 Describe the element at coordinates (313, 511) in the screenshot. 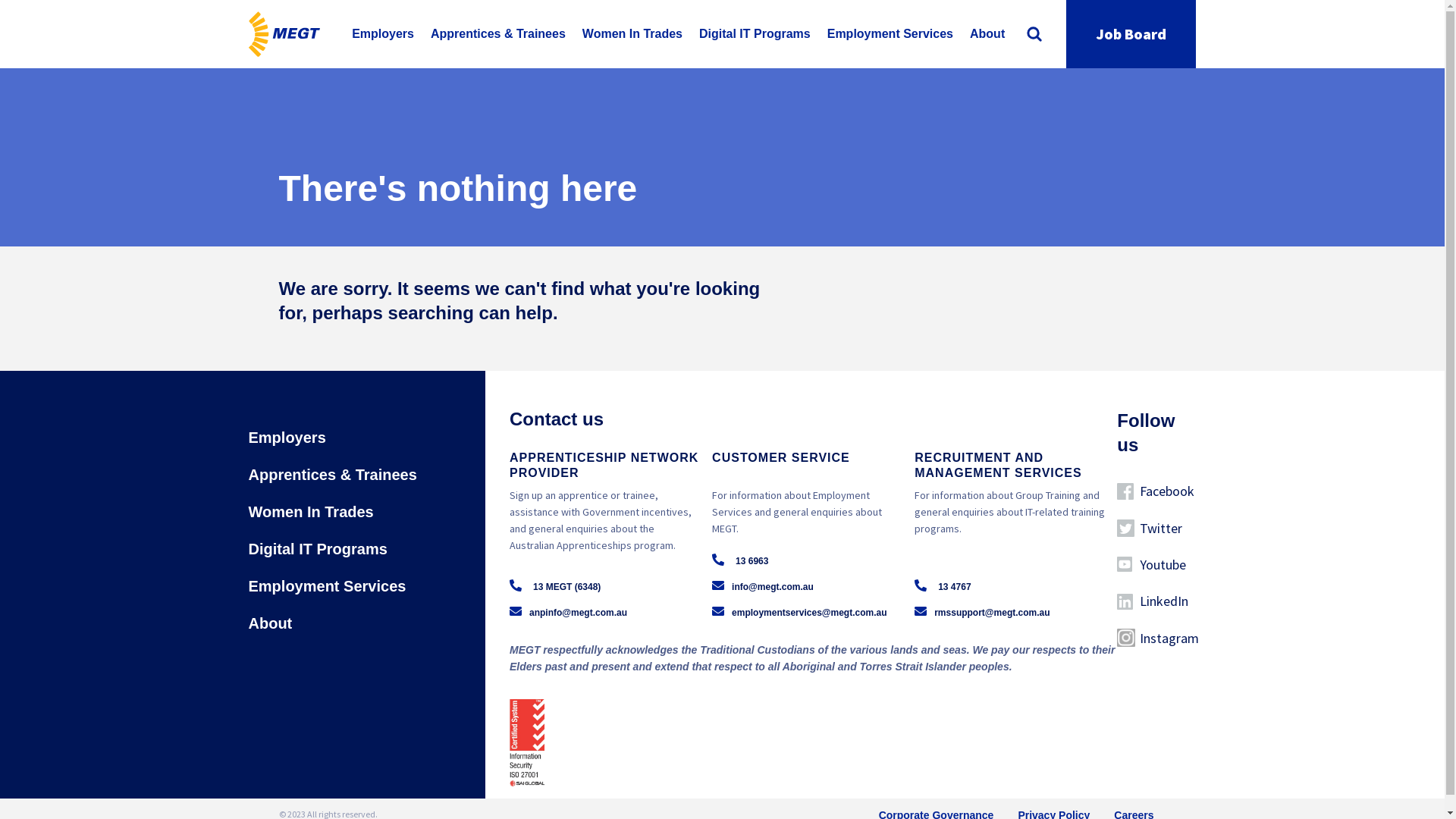

I see `'Women In Trades'` at that location.